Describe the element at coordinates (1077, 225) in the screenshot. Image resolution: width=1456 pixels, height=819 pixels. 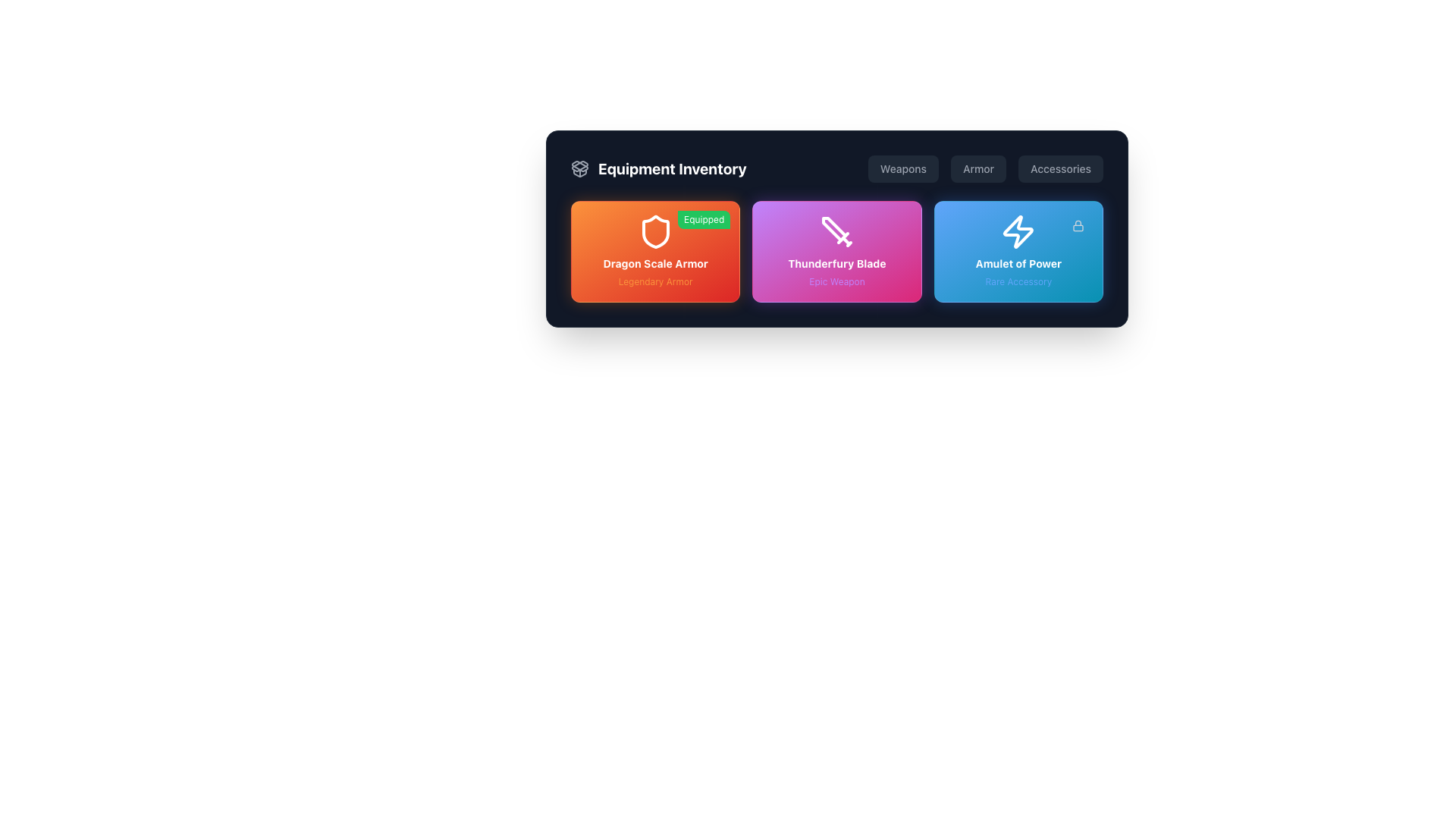
I see `the padlock icon with a blue background located in the top-right corner of the 'Amulet of Power' card` at that location.